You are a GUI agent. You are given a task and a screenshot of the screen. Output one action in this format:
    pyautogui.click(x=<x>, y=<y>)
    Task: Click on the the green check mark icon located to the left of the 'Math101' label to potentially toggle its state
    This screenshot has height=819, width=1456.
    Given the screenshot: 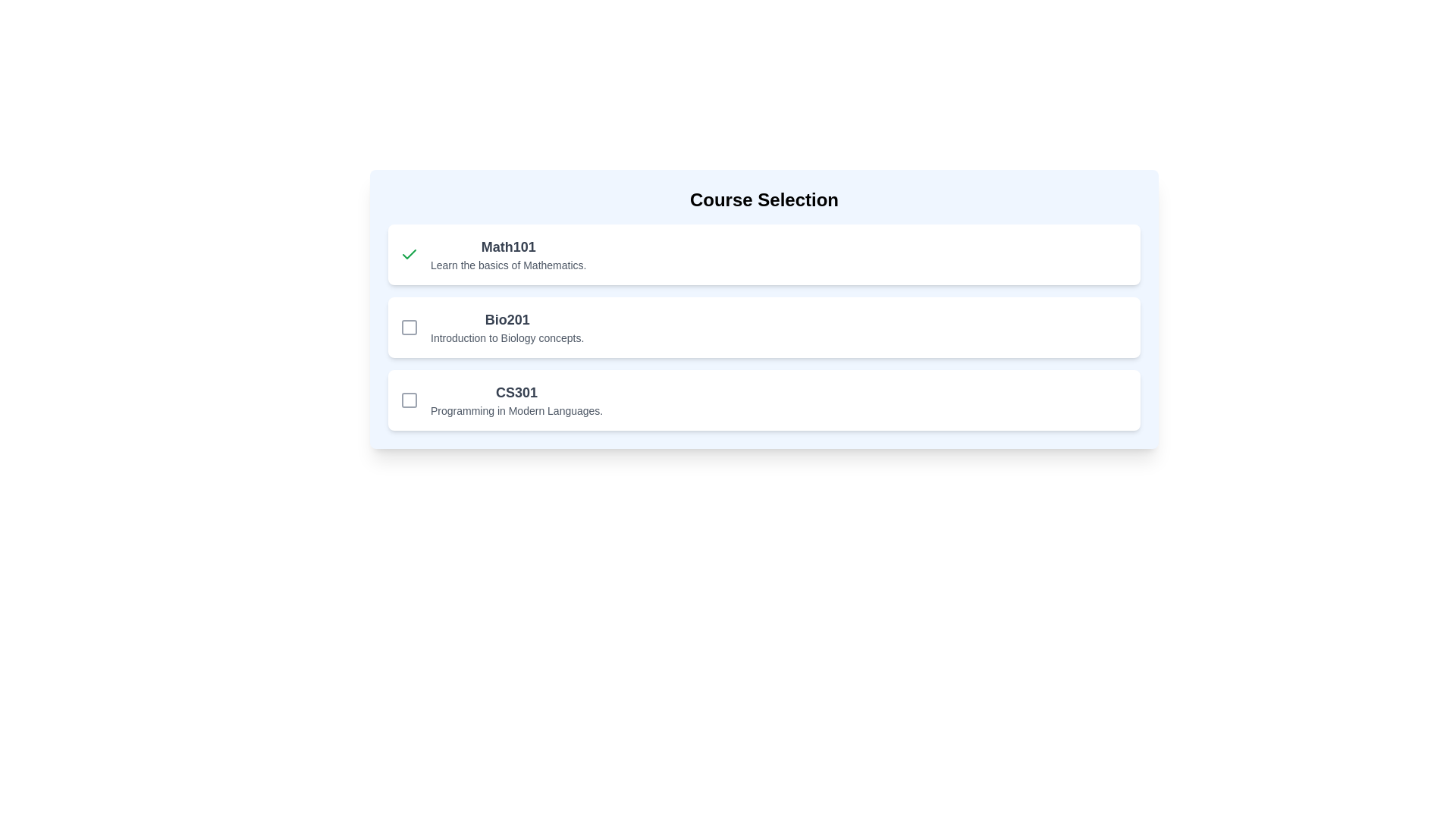 What is the action you would take?
    pyautogui.click(x=409, y=253)
    